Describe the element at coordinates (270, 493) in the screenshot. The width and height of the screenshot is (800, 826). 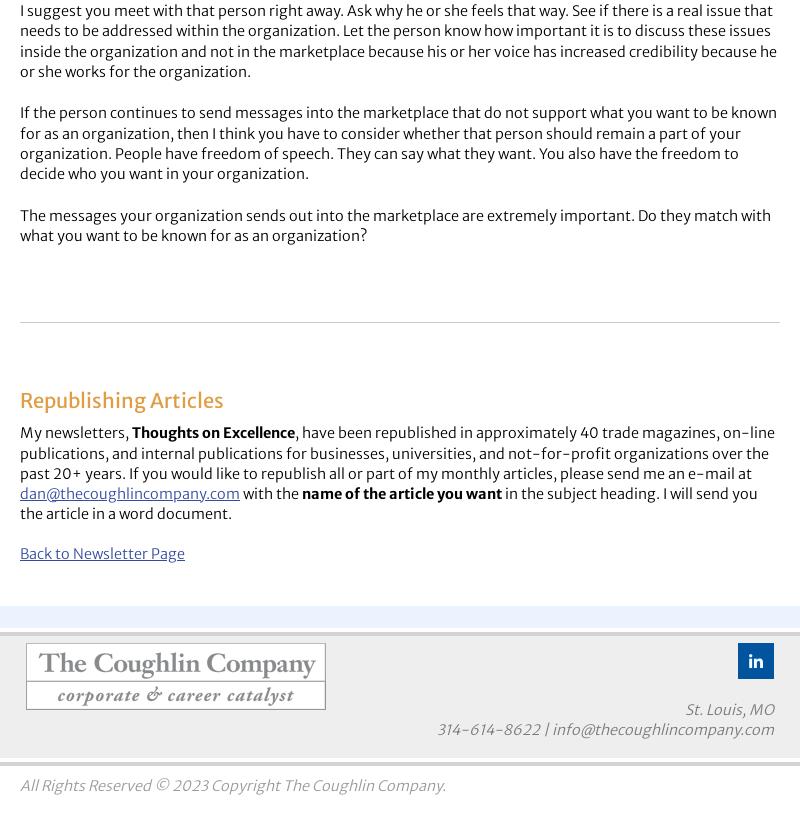
I see `'with the'` at that location.